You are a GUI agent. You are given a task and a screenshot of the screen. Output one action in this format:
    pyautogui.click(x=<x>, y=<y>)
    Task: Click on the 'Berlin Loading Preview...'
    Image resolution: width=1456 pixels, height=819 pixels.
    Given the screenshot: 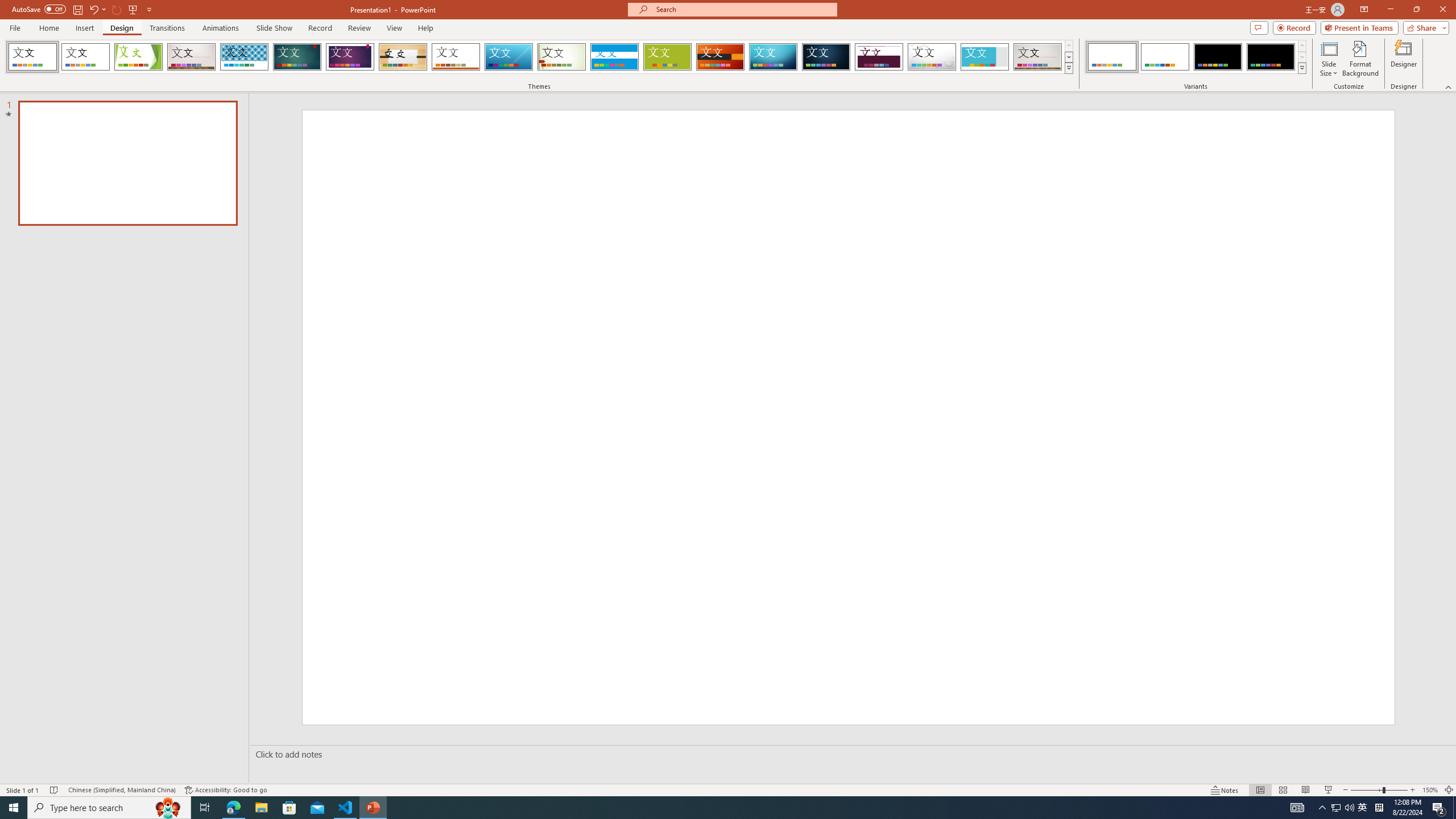 What is the action you would take?
    pyautogui.click(x=721, y=56)
    